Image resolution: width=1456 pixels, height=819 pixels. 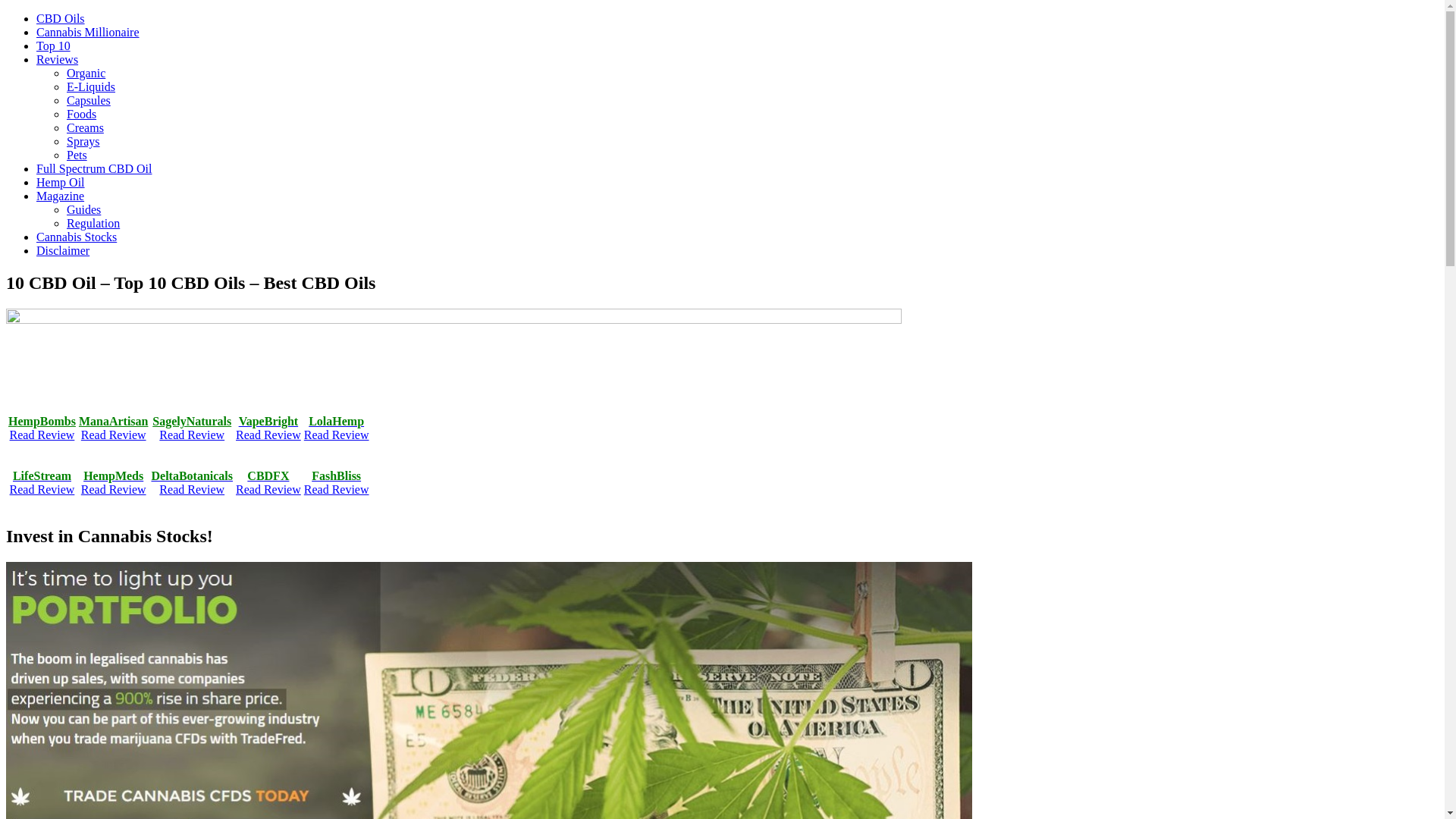 I want to click on 'DeltaBotanicals, so click(x=191, y=482).